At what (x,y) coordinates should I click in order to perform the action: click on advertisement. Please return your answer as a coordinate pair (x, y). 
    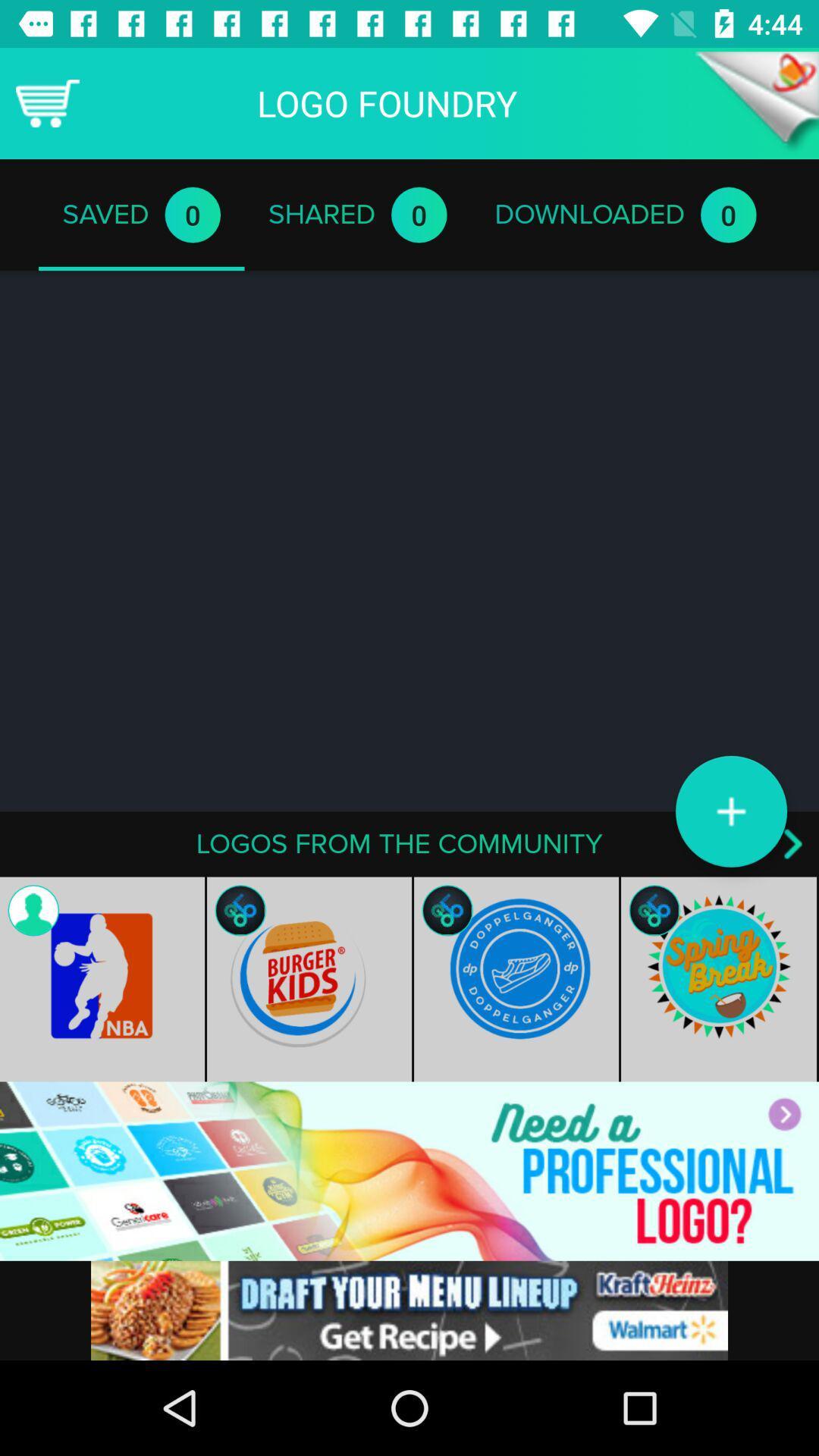
    Looking at the image, I should click on (409, 1310).